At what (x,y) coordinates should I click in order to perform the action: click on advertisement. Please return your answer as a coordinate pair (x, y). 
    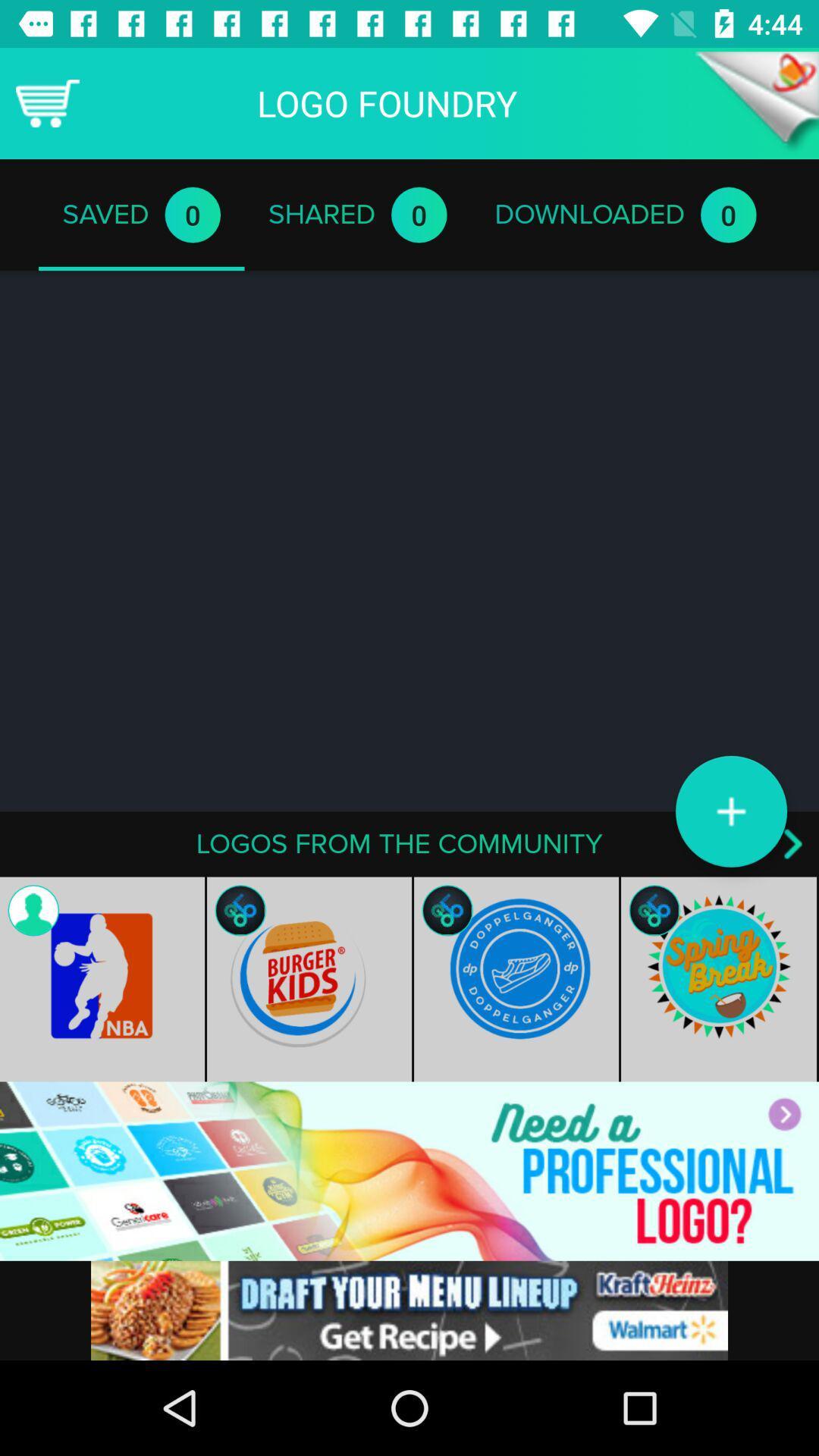
    Looking at the image, I should click on (409, 1310).